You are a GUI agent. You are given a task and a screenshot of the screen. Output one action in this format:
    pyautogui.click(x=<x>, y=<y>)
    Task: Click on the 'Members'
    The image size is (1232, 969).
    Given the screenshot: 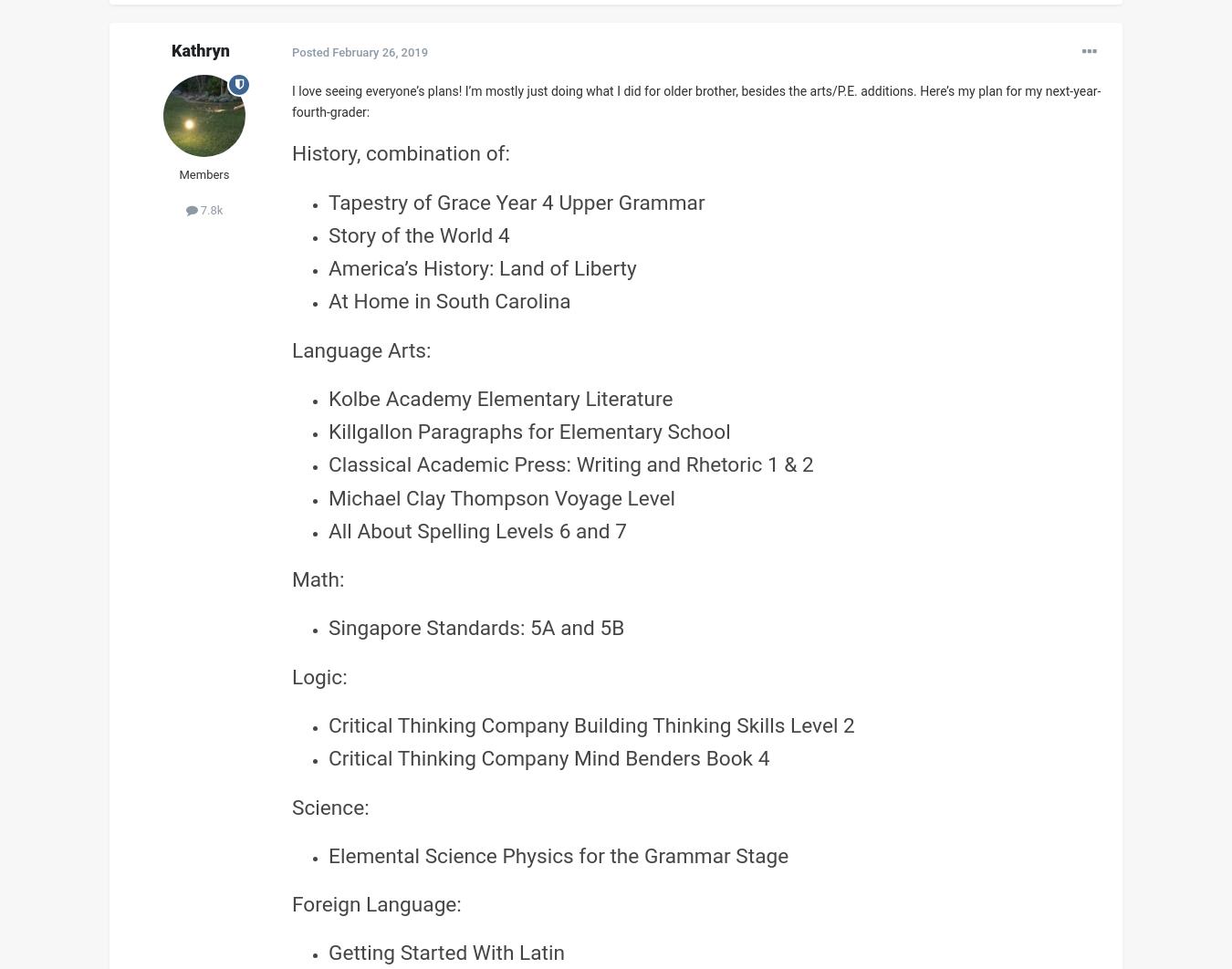 What is the action you would take?
    pyautogui.click(x=204, y=173)
    